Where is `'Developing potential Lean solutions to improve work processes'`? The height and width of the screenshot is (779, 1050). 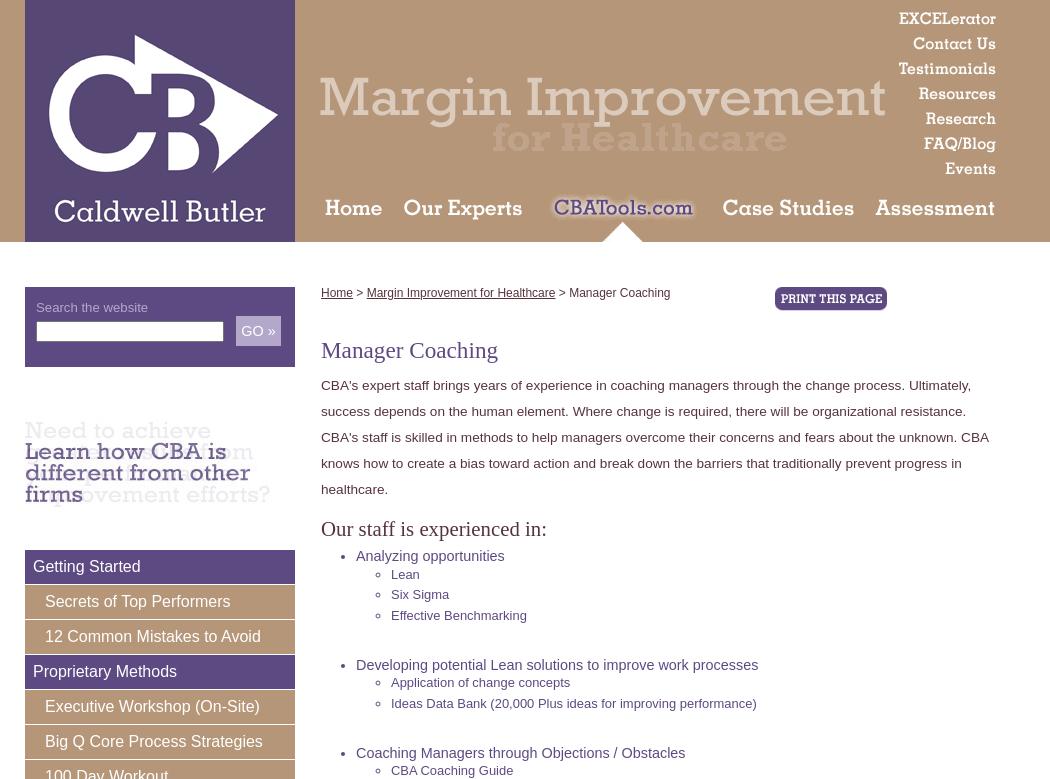 'Developing potential Lean solutions to improve work processes' is located at coordinates (557, 665).